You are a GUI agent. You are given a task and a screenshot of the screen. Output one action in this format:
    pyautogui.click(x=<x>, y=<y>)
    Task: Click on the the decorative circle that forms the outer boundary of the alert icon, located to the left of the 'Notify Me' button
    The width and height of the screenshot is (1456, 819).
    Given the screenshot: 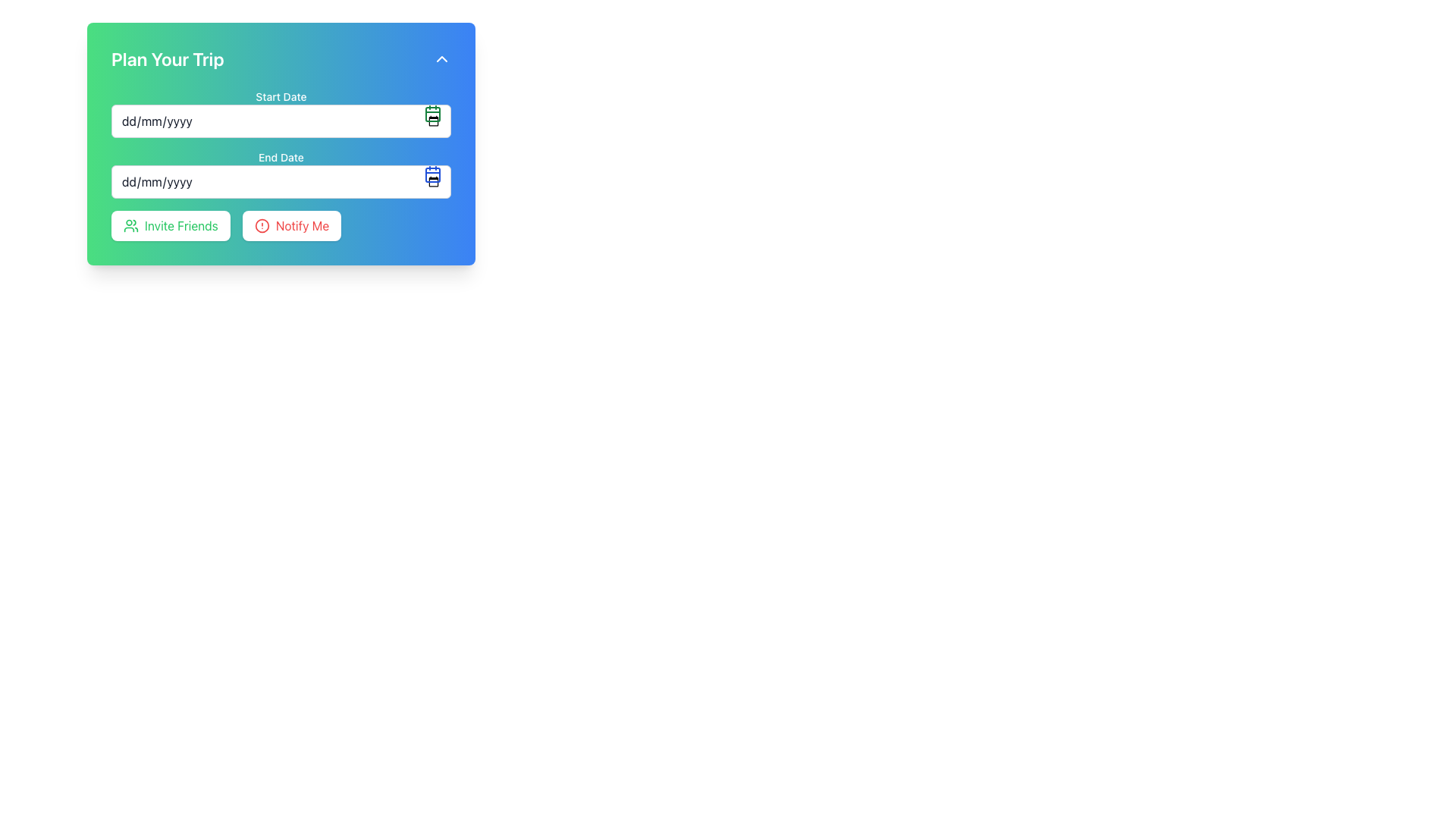 What is the action you would take?
    pyautogui.click(x=262, y=225)
    